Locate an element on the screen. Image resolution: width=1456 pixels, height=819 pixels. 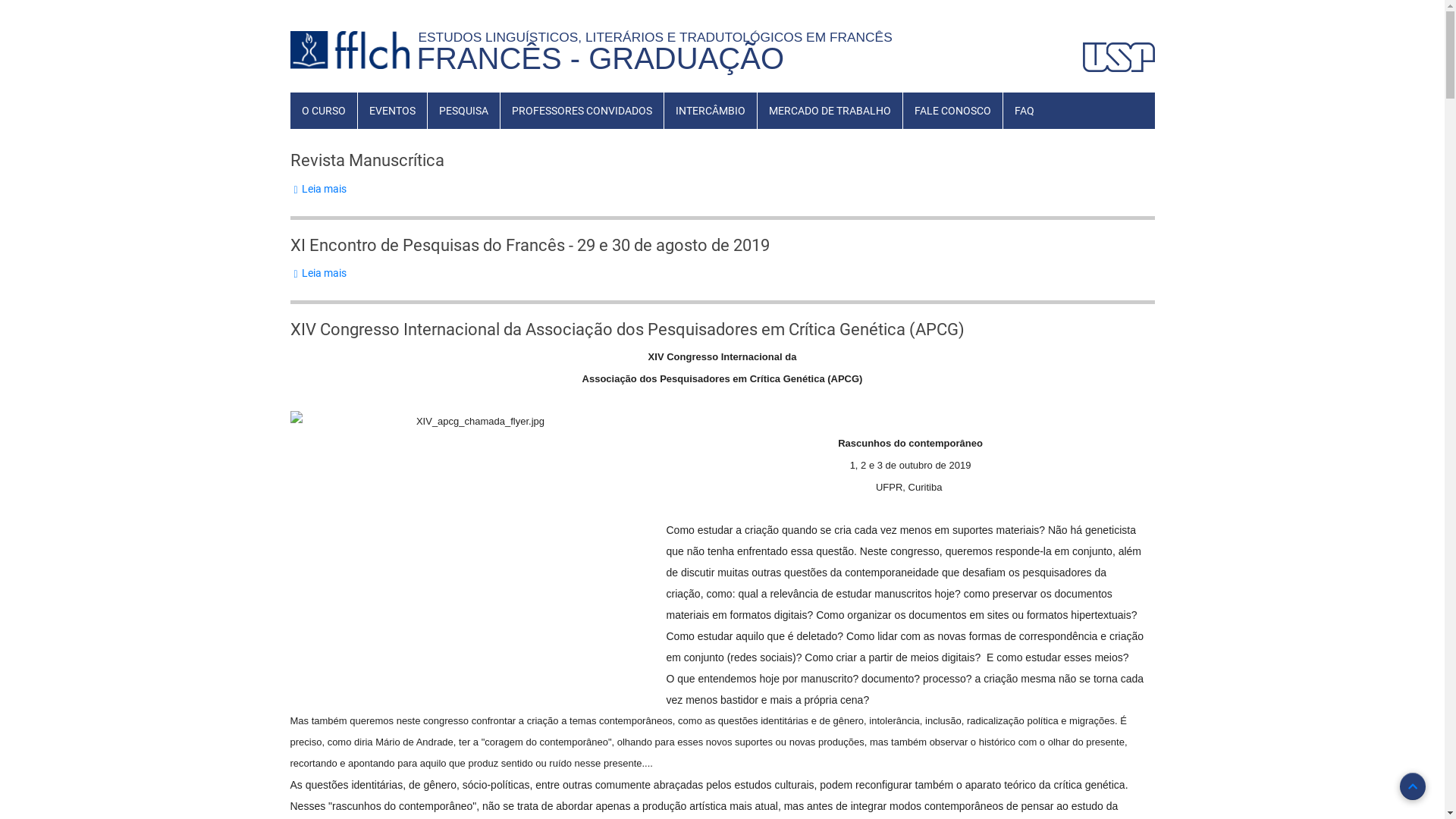
'PROFESSORES CONVIDADOS' is located at coordinates (581, 110).